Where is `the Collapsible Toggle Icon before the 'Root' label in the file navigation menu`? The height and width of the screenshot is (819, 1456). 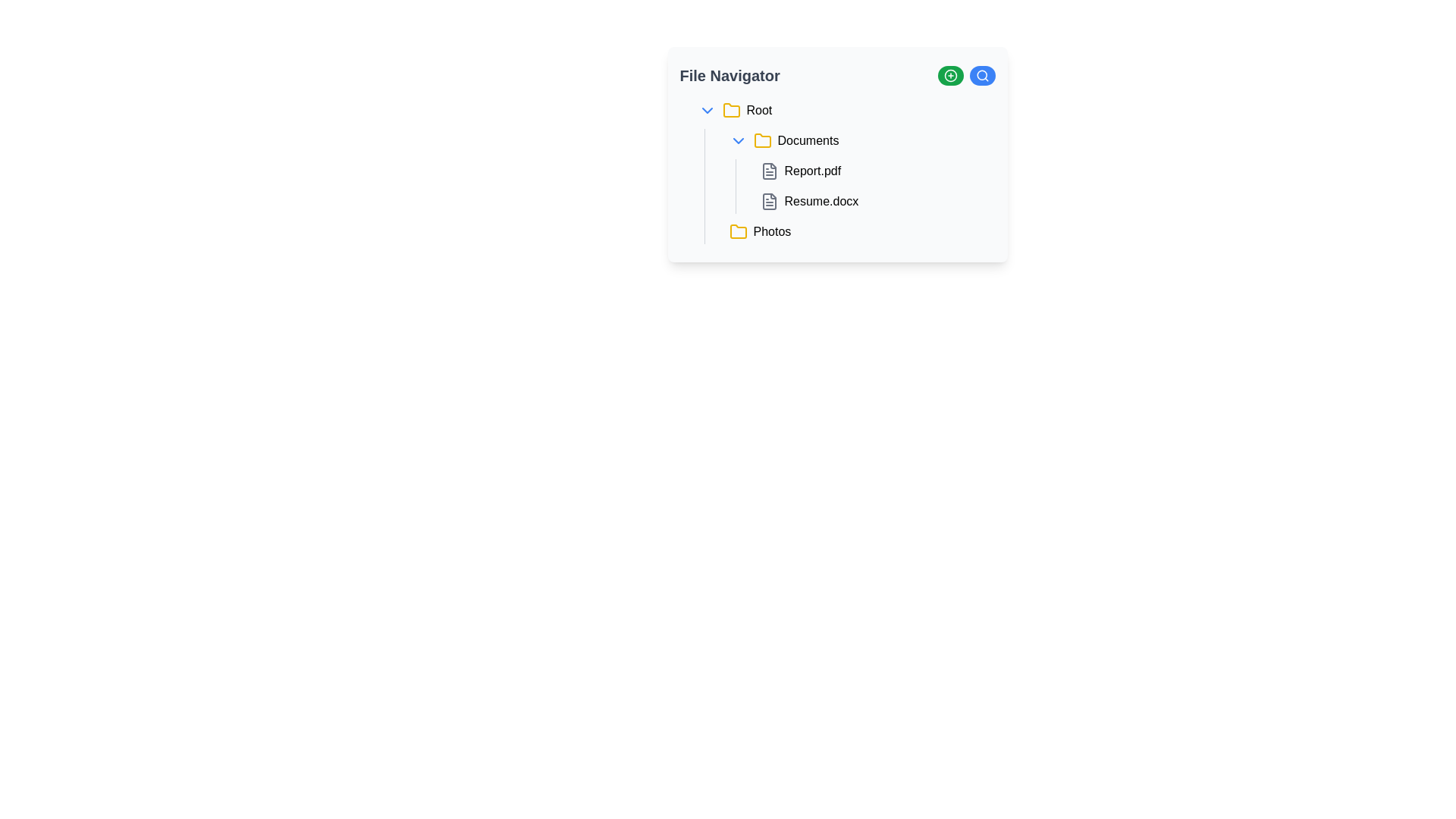
the Collapsible Toggle Icon before the 'Root' label in the file navigation menu is located at coordinates (706, 110).